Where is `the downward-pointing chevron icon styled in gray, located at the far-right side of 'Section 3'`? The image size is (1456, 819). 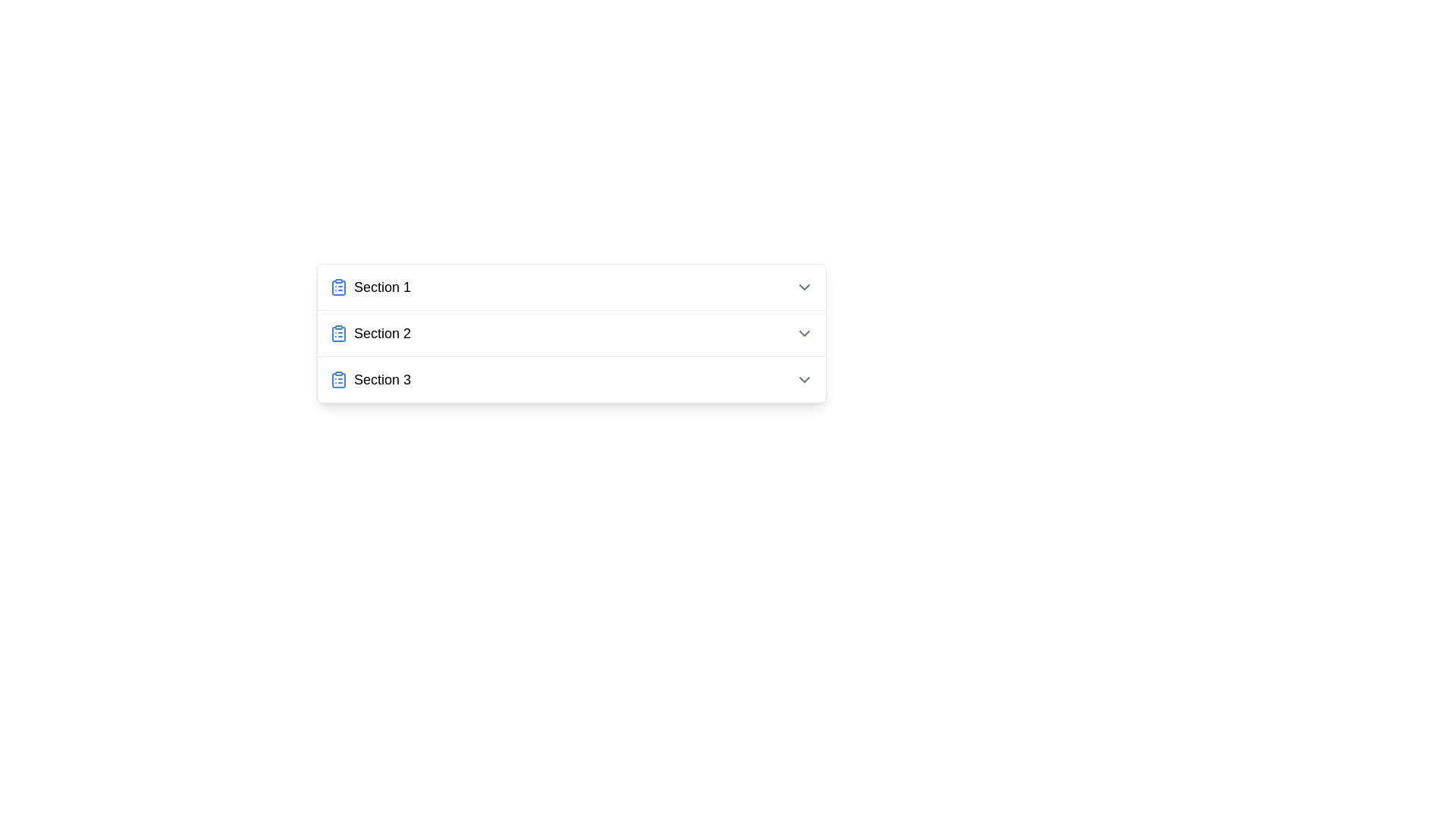 the downward-pointing chevron icon styled in gray, located at the far-right side of 'Section 3' is located at coordinates (803, 379).